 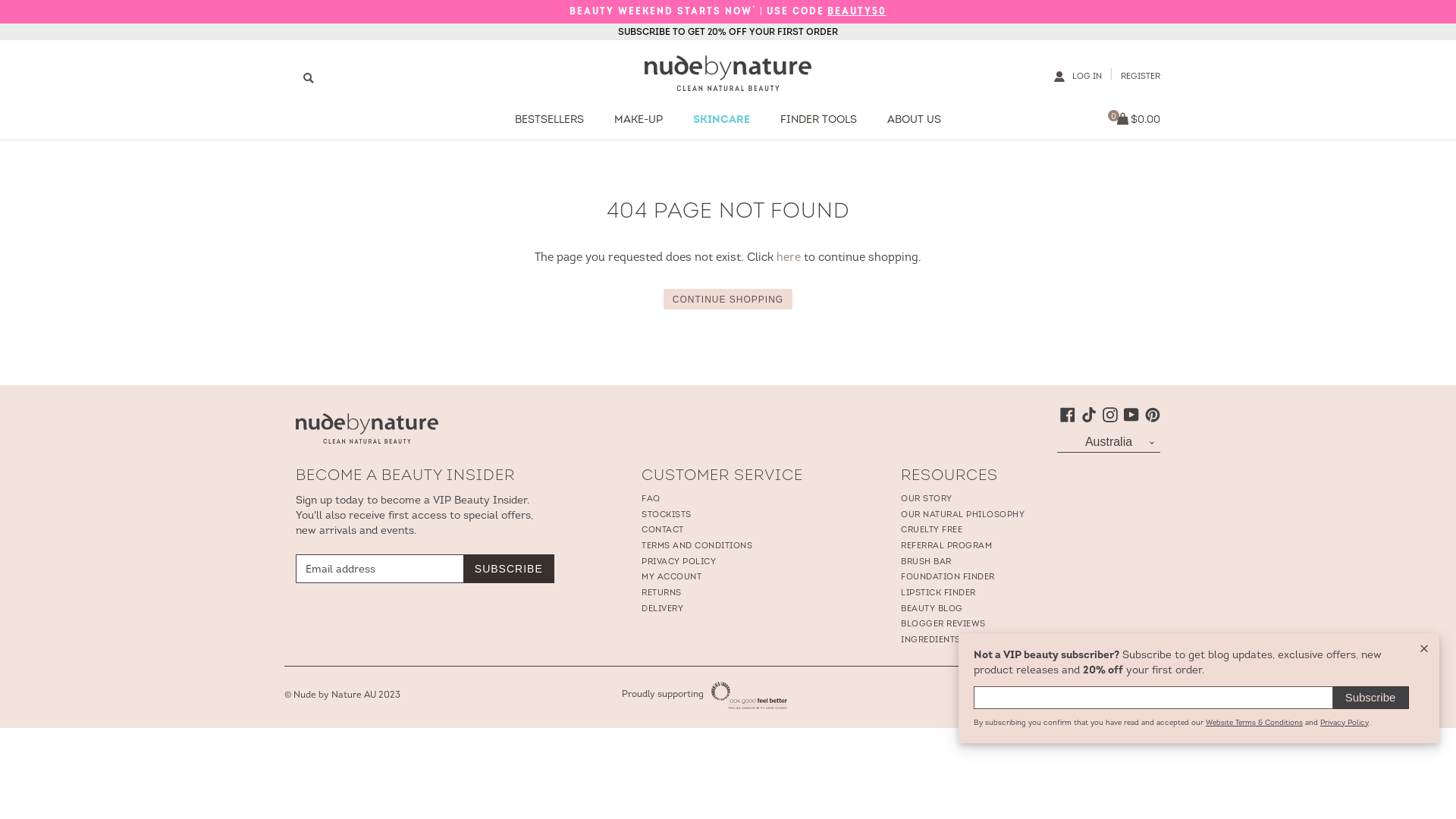 What do you see at coordinates (913, 118) in the screenshot?
I see `'ABOUT US'` at bounding box center [913, 118].